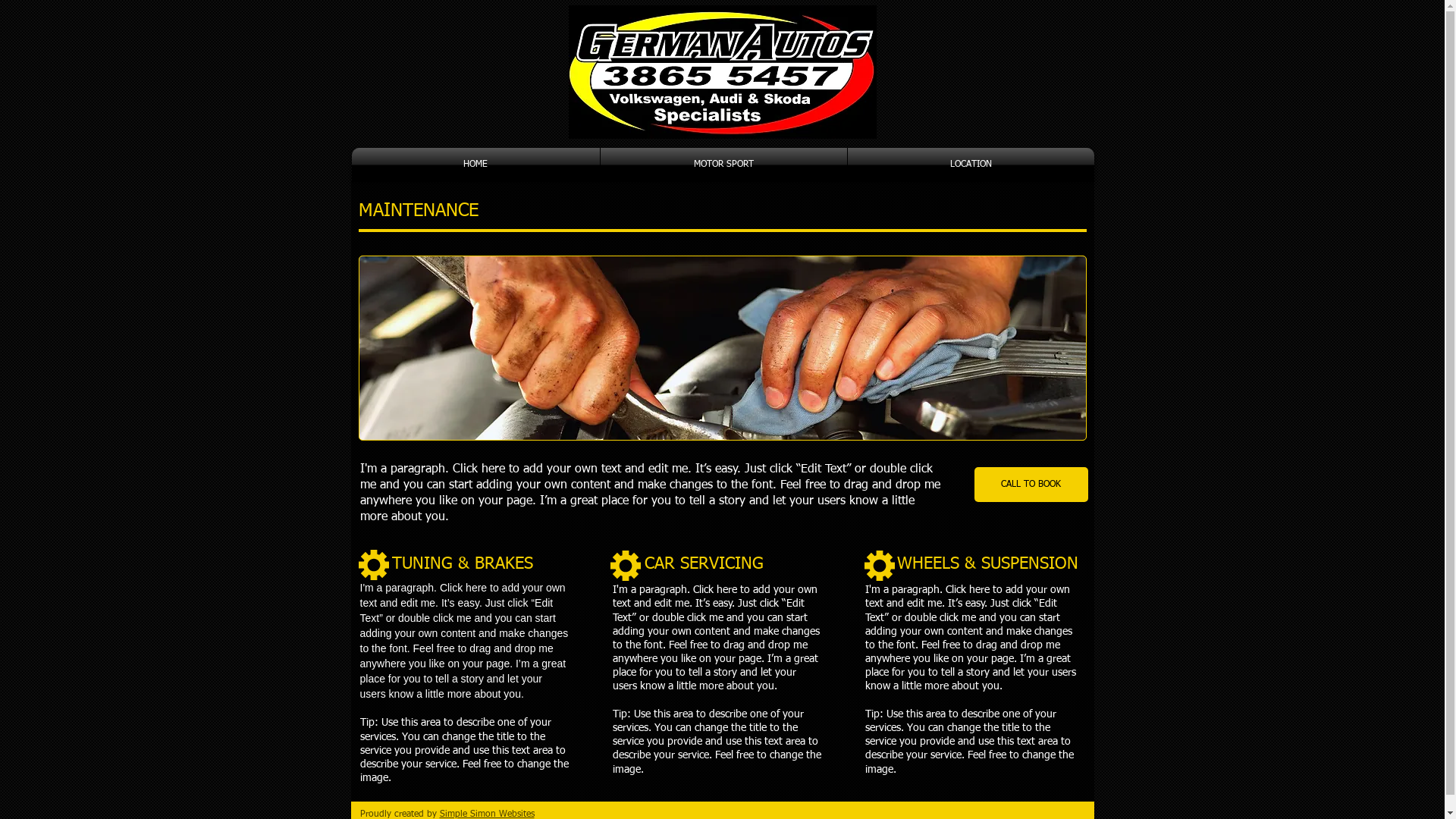  Describe the element at coordinates (1030, 485) in the screenshot. I see `'CALL TO BOOK'` at that location.